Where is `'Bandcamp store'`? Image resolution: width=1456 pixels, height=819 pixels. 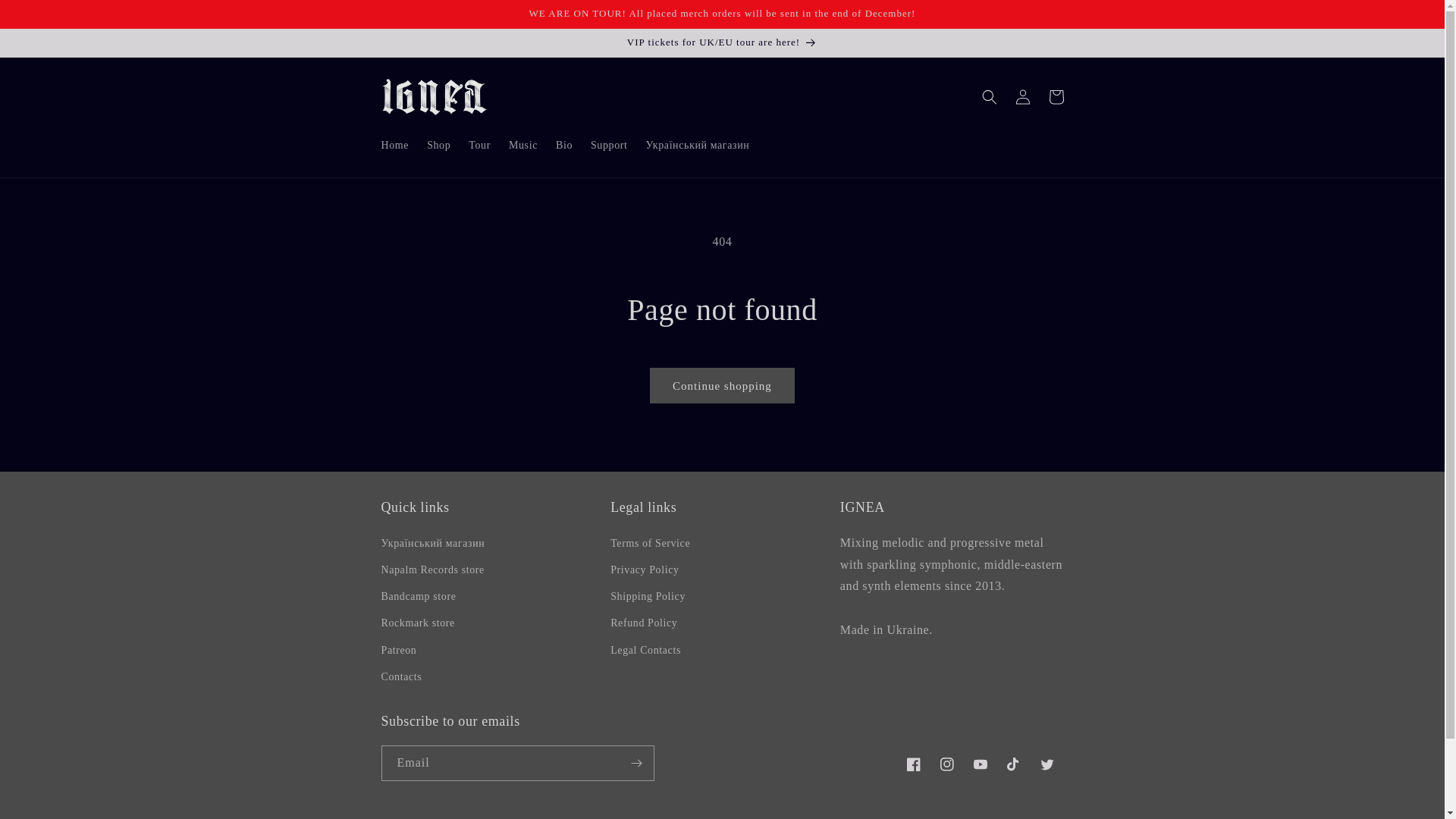
'Bandcamp store' is located at coordinates (418, 595).